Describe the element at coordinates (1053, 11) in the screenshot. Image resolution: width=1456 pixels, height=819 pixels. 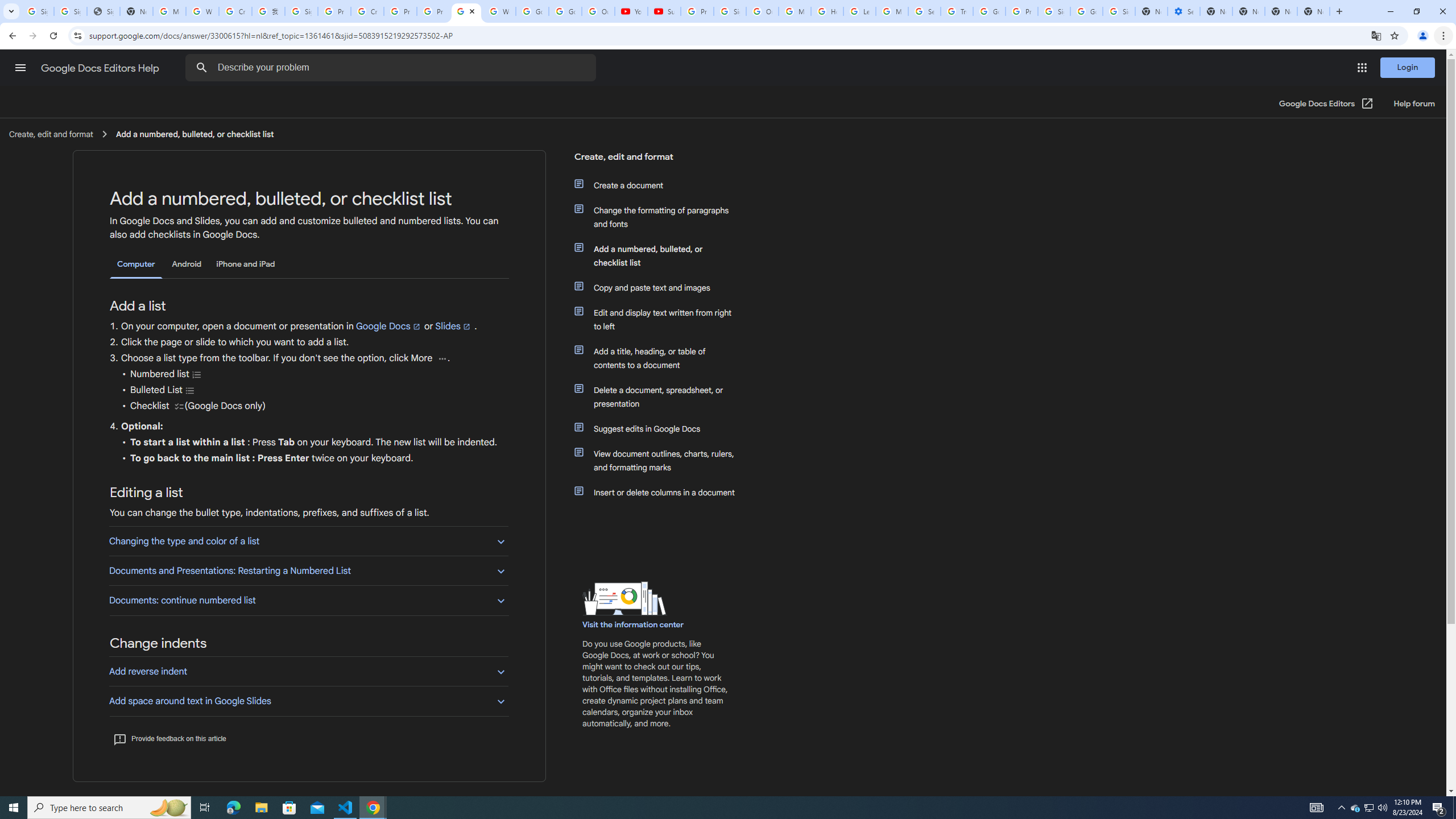
I see `'Sign in - Google Accounts'` at that location.